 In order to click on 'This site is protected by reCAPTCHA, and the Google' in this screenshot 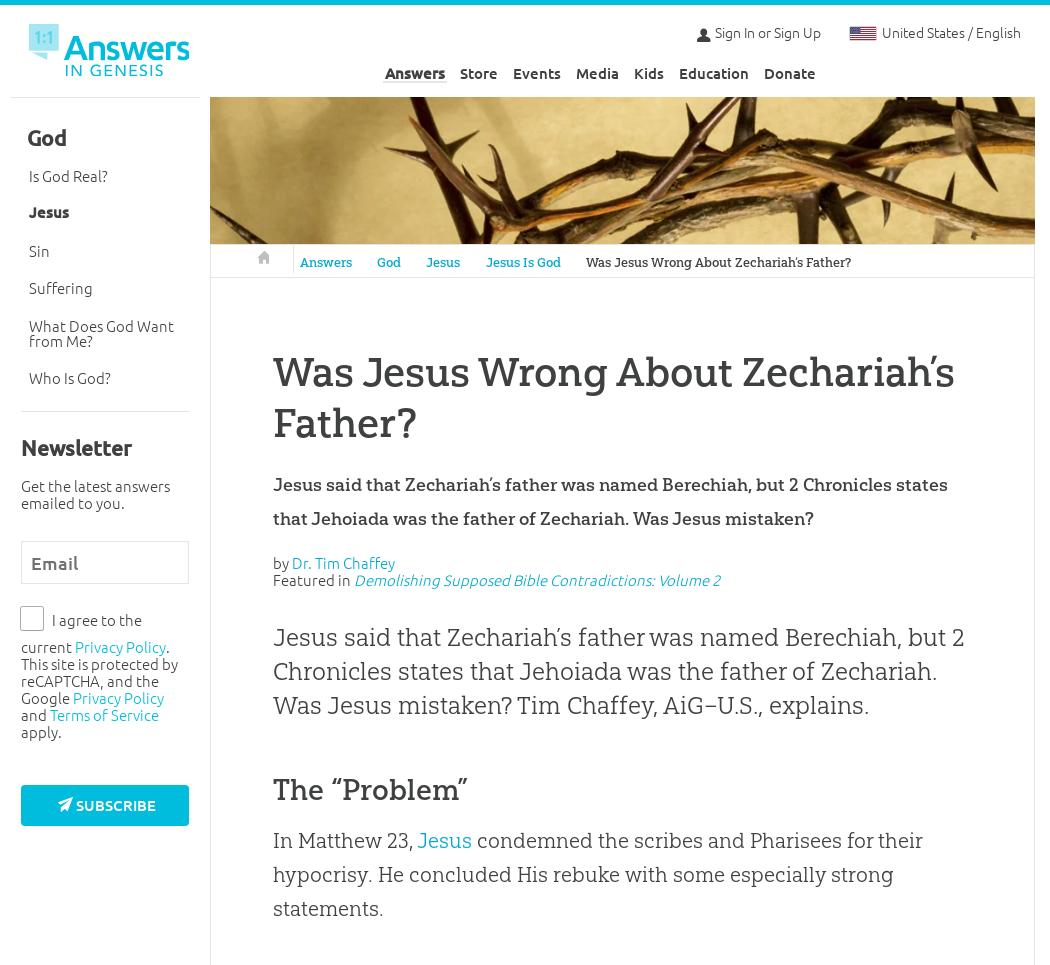, I will do `click(99, 679)`.